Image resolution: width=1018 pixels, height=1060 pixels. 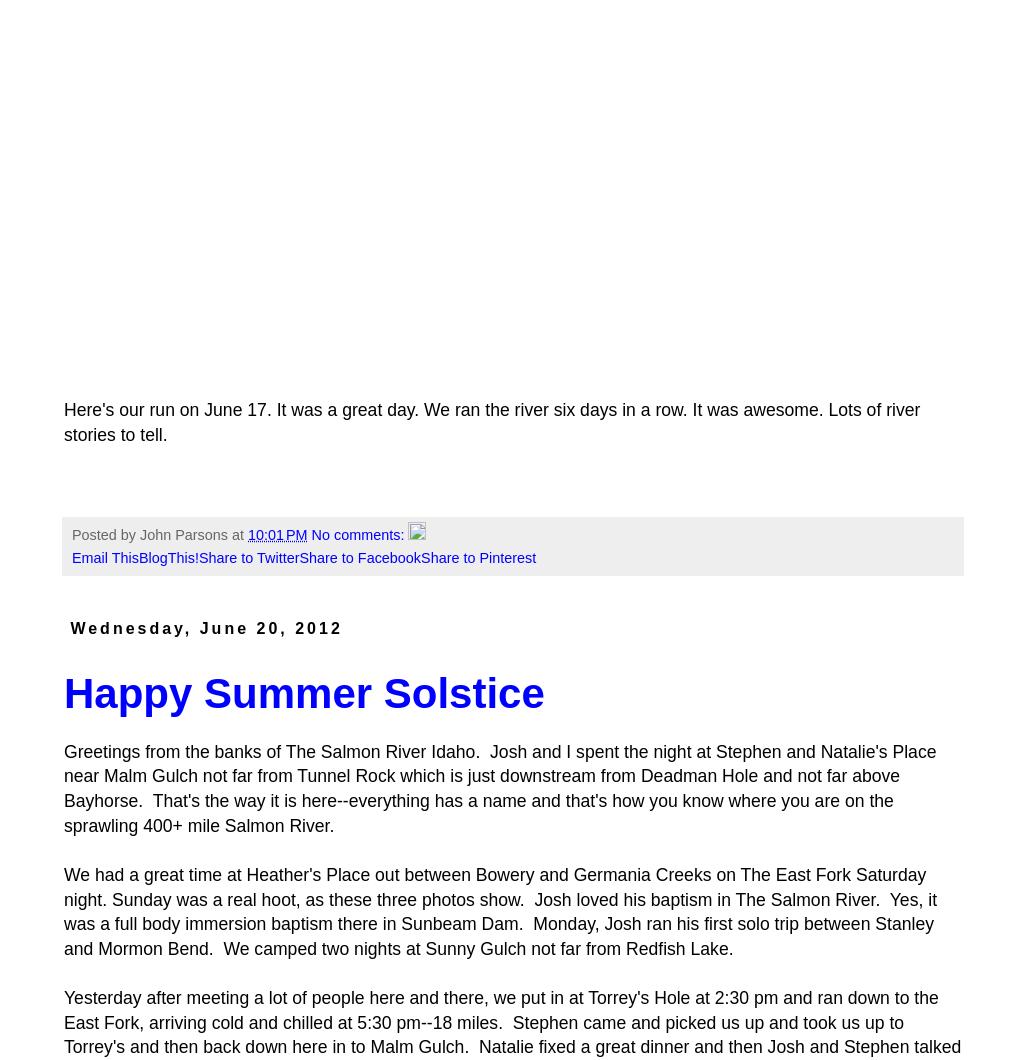 What do you see at coordinates (359, 557) in the screenshot?
I see `'Share to Facebook'` at bounding box center [359, 557].